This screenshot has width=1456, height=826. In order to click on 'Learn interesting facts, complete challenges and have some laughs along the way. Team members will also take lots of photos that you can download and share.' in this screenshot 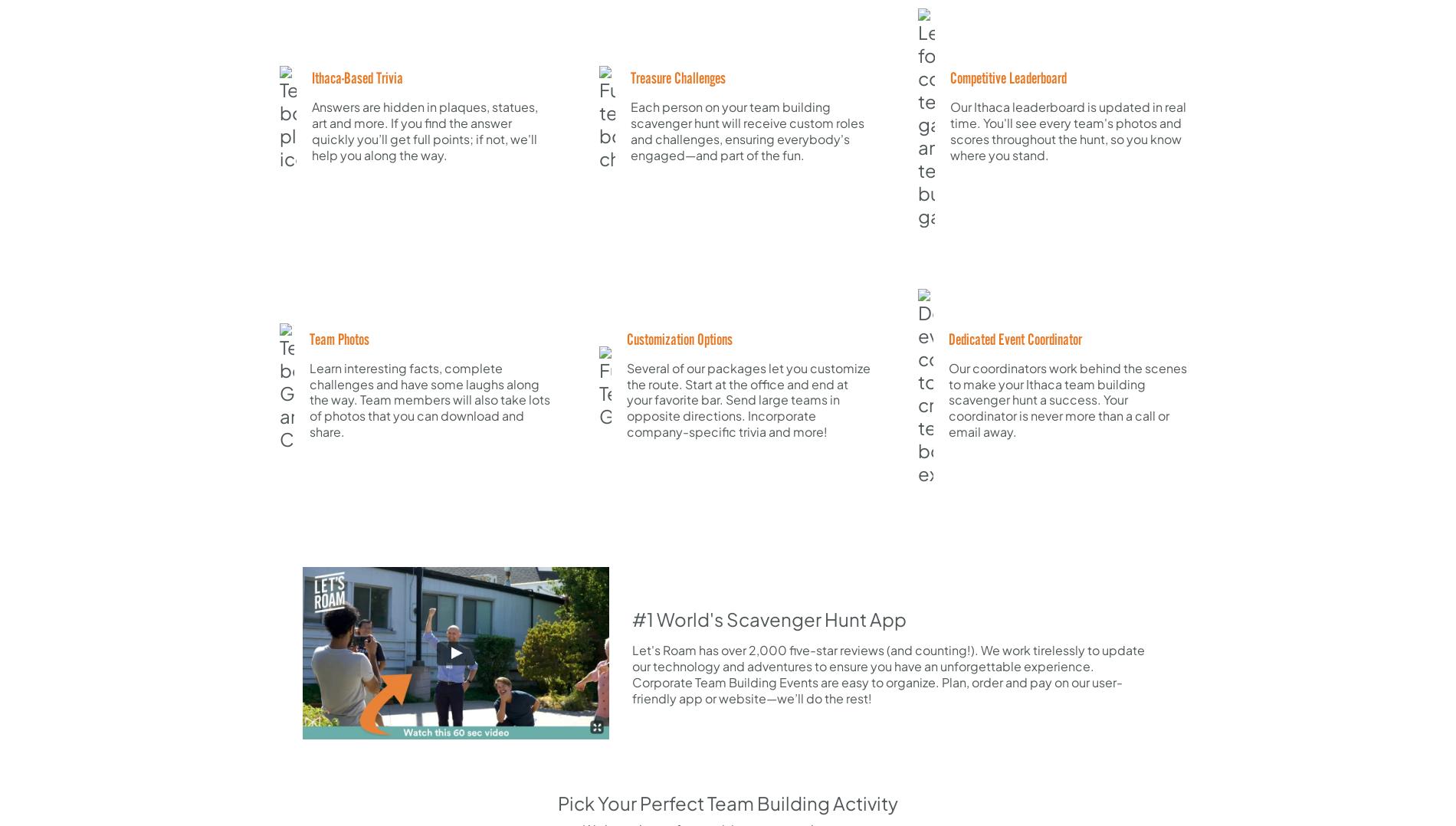, I will do `click(430, 398)`.